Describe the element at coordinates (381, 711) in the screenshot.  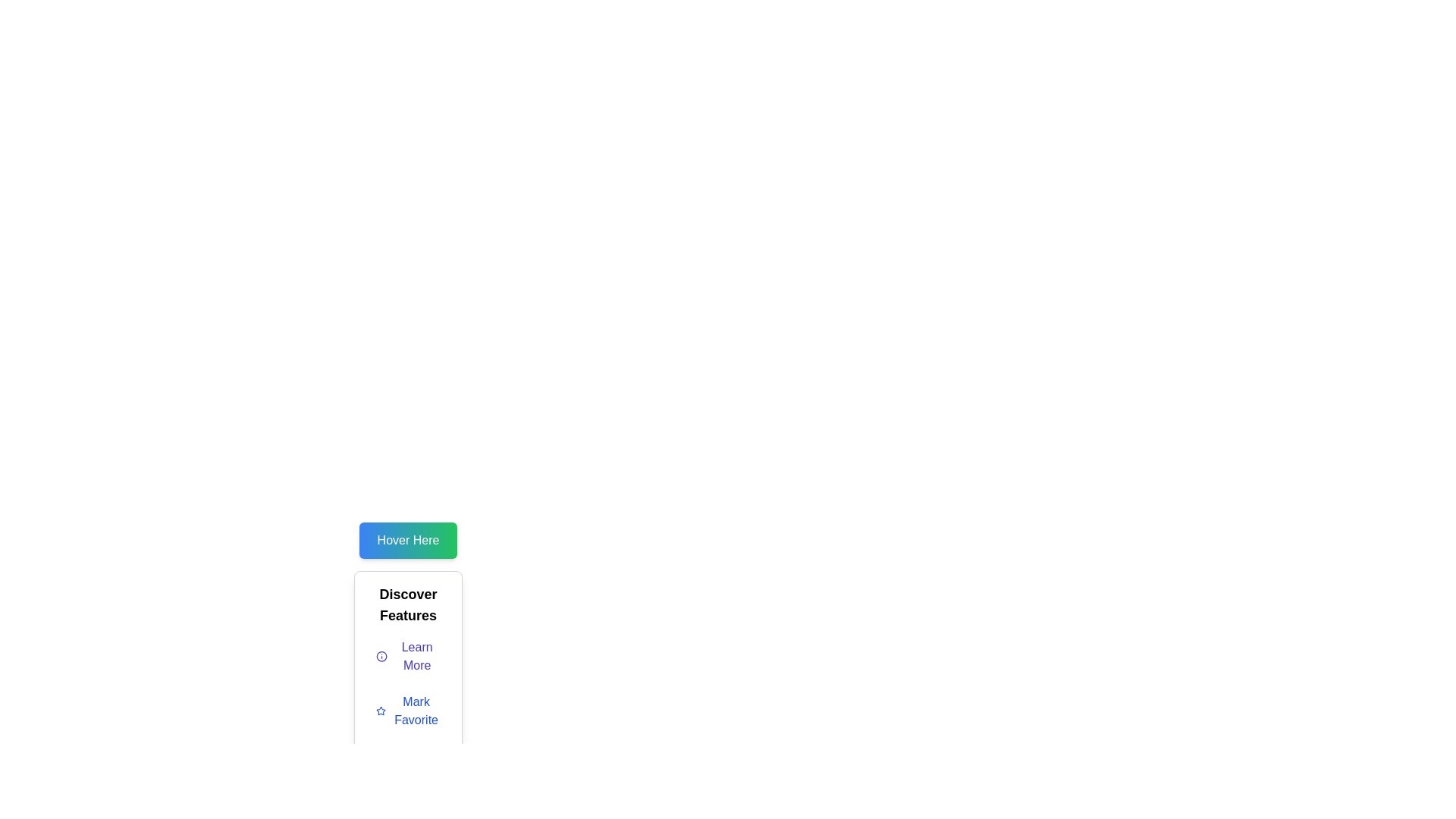
I see `the 'Mark Favorite' icon located to the left of the text within the 'Mark Favorite' button, under the 'Discover Features' section` at that location.